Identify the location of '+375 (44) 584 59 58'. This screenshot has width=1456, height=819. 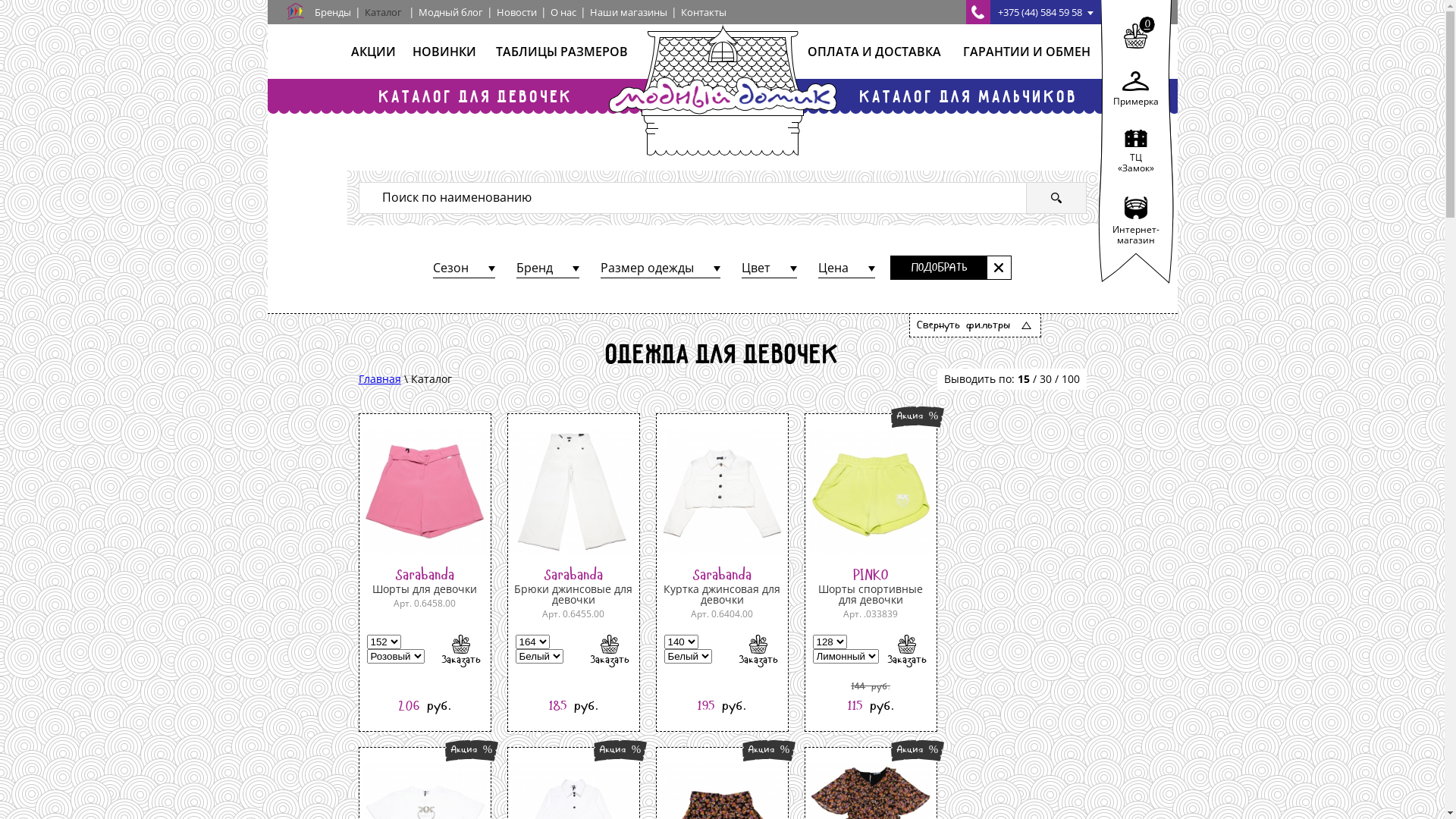
(965, 11).